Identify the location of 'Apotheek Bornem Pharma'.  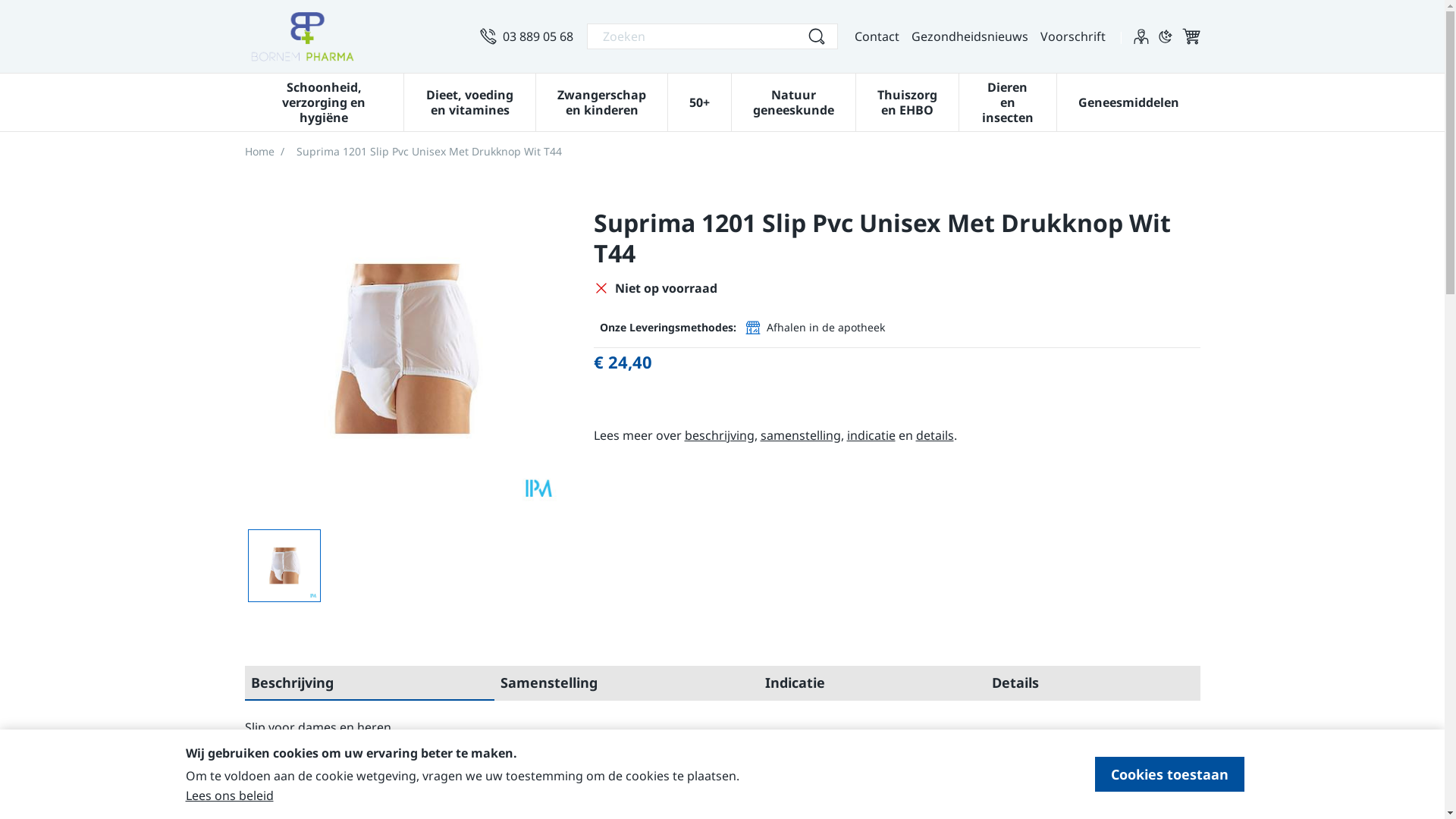
(243, 35).